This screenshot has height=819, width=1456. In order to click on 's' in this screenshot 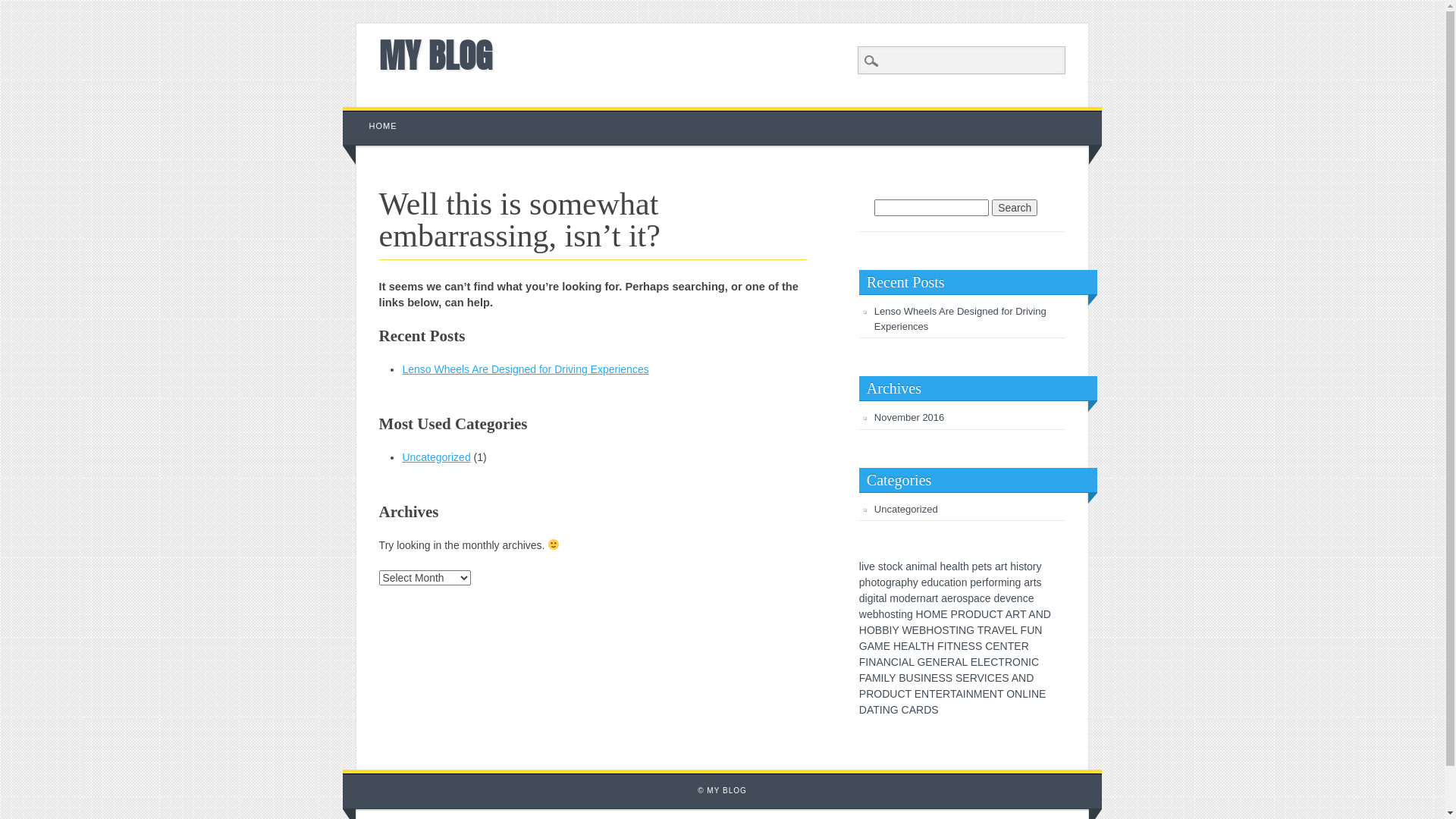, I will do `click(890, 614)`.